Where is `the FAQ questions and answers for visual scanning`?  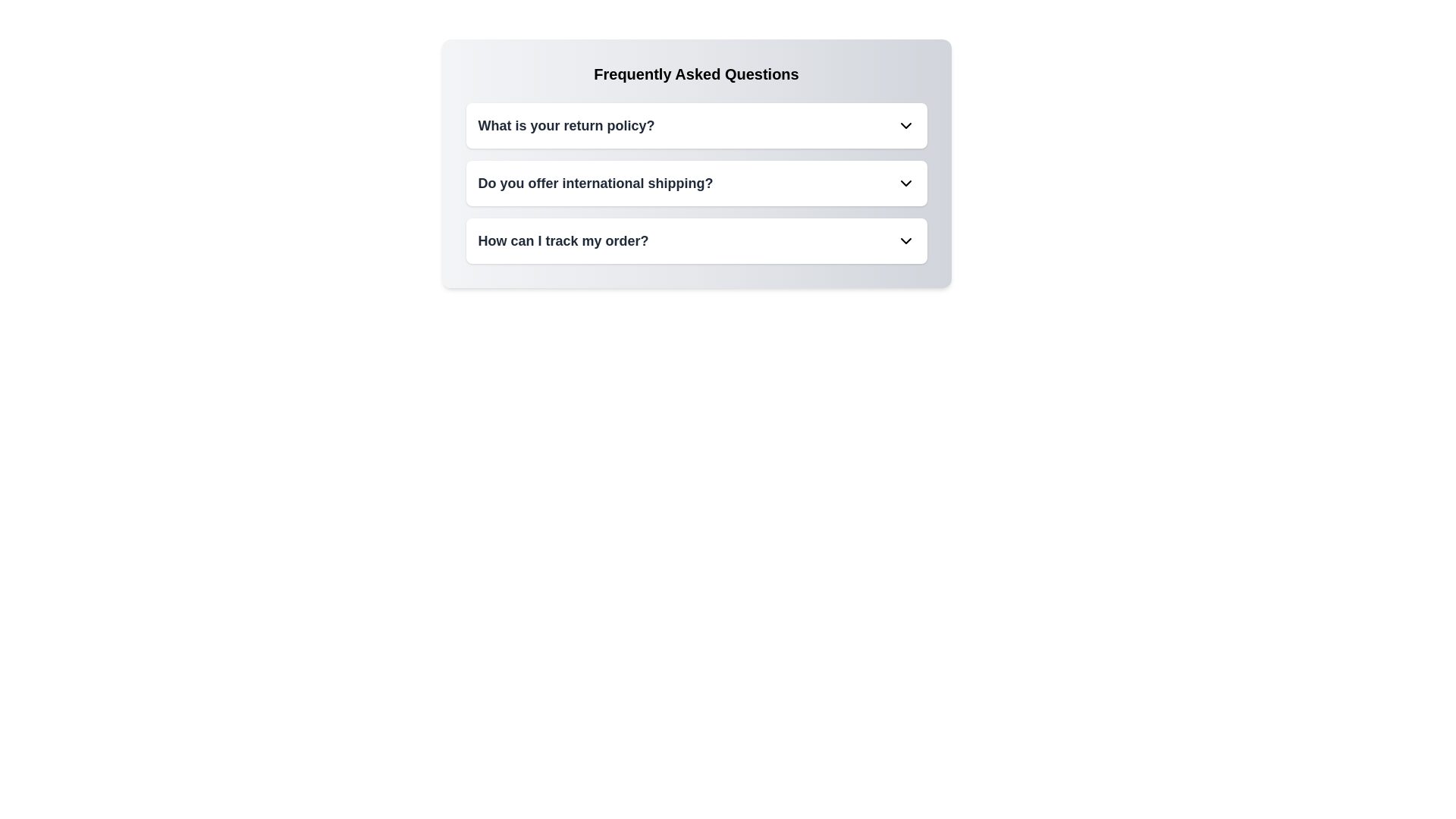
the FAQ questions and answers for visual scanning is located at coordinates (695, 124).